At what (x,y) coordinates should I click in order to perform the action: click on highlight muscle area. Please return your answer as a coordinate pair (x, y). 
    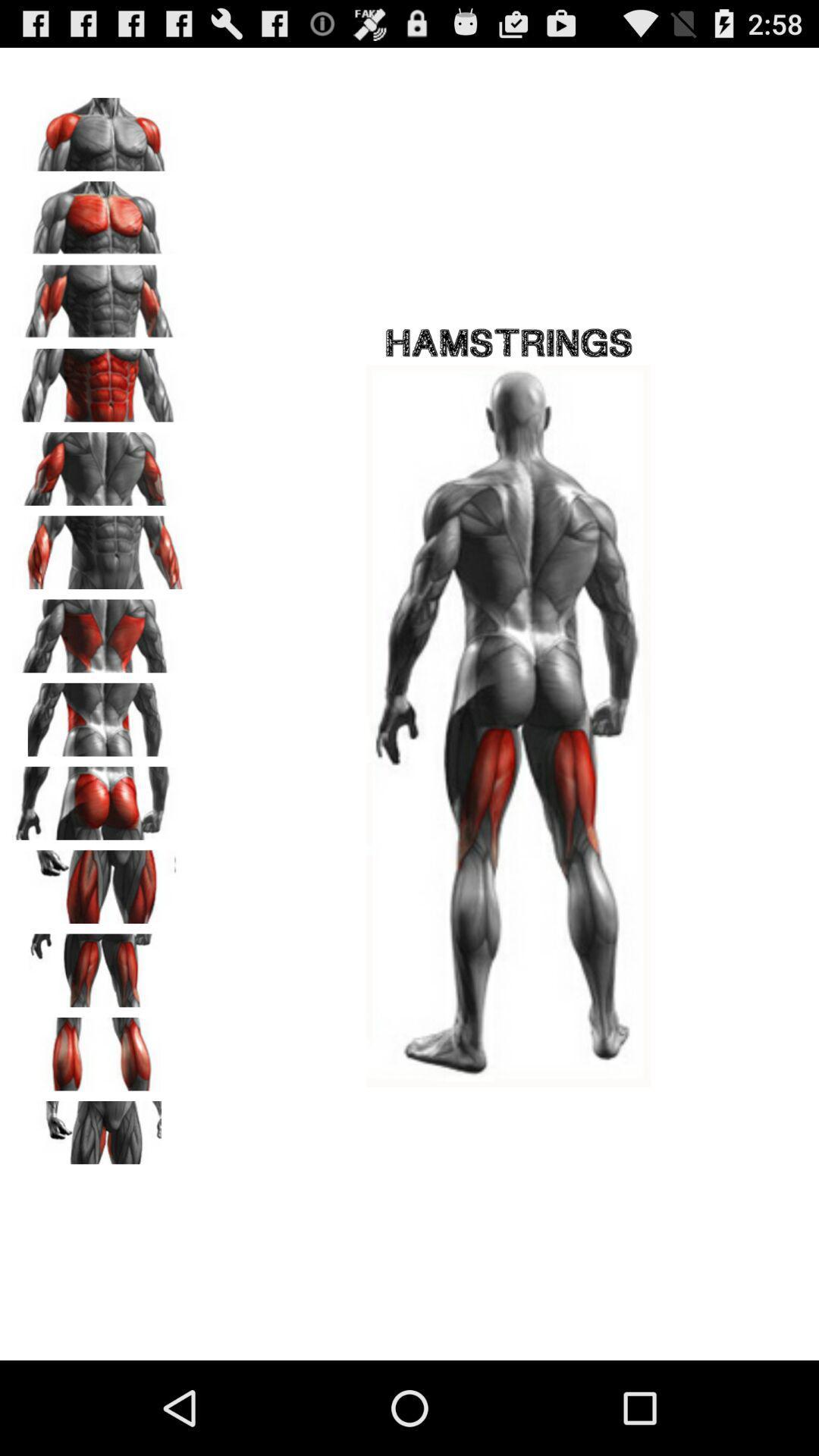
    Looking at the image, I should click on (99, 1048).